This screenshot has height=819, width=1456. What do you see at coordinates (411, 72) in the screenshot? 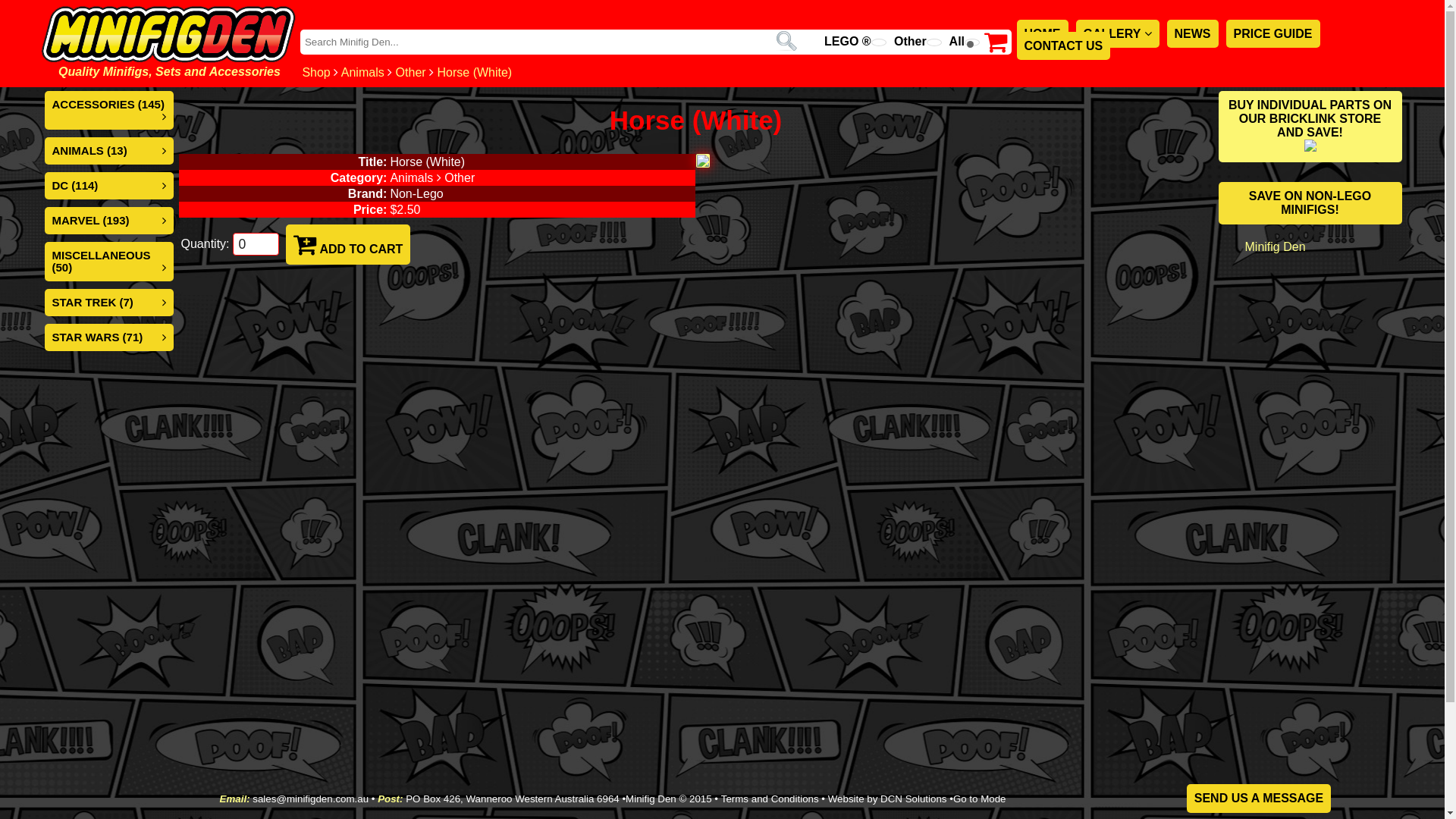
I see `'Other'` at bounding box center [411, 72].